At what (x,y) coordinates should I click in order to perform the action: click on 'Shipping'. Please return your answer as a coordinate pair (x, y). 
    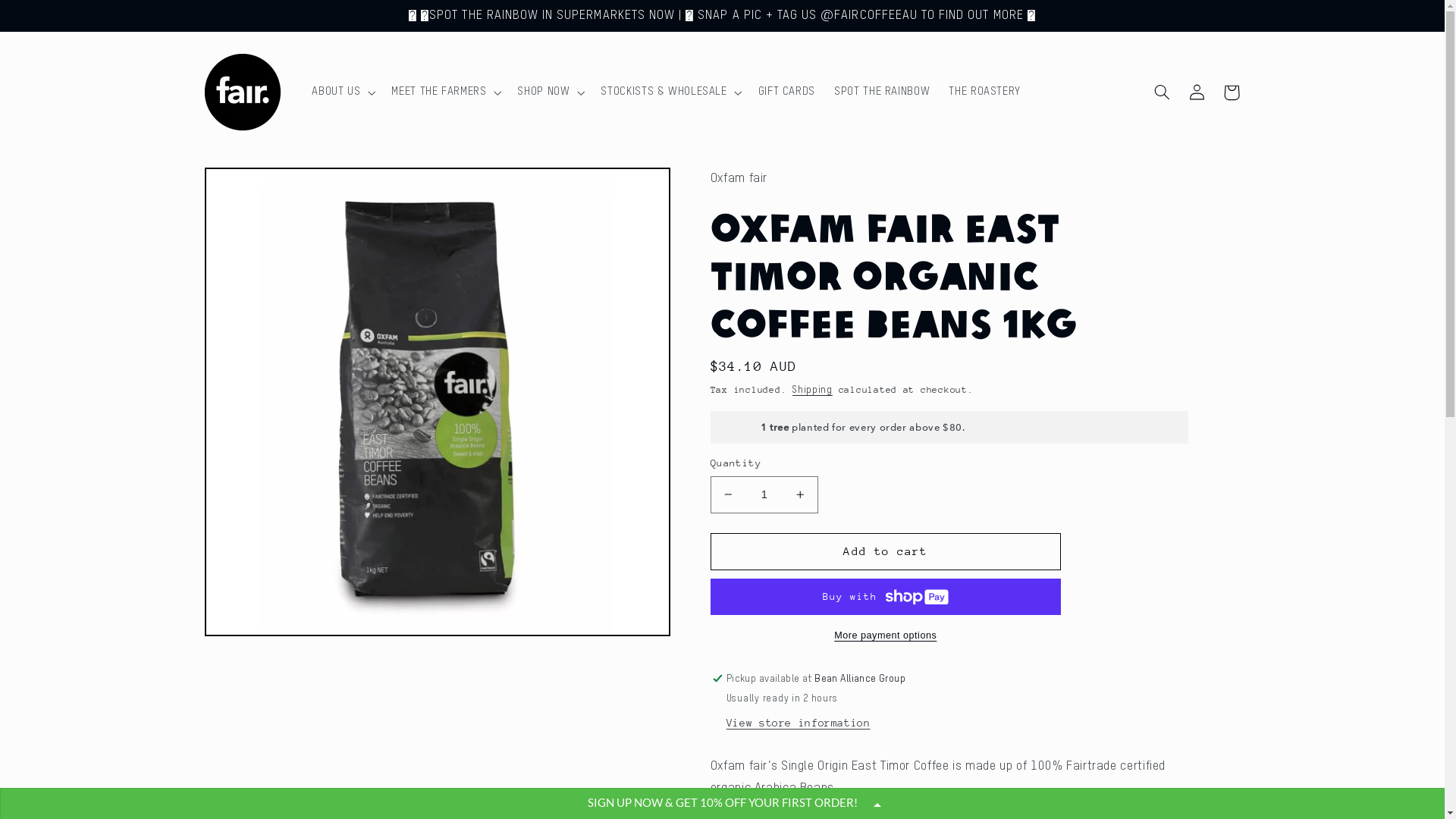
    Looking at the image, I should click on (811, 389).